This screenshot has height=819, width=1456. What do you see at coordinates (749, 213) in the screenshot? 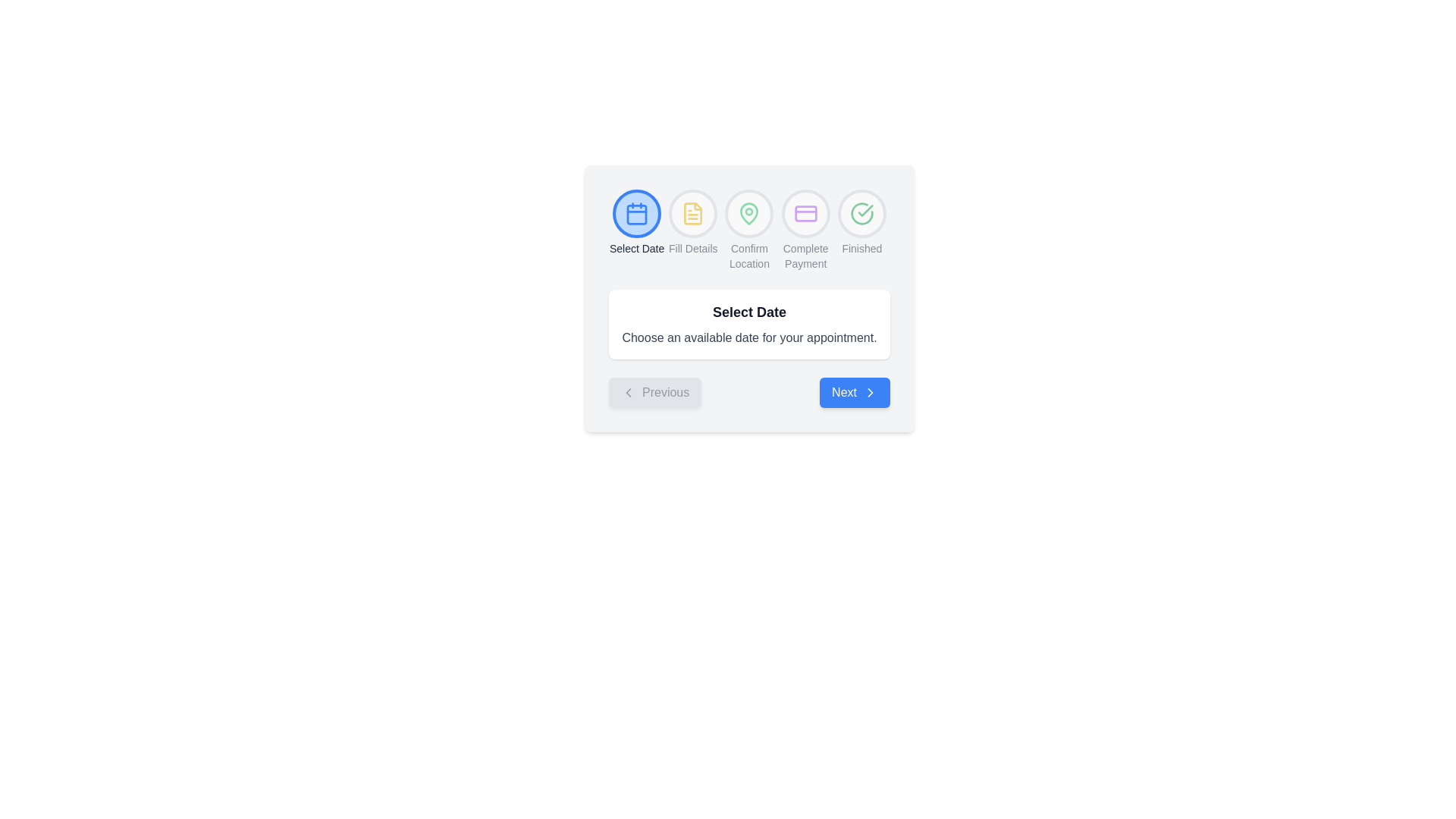
I see `the circular icon with a white background and green pin-shaped symbol, located below the 'Confirm Location' label` at bounding box center [749, 213].